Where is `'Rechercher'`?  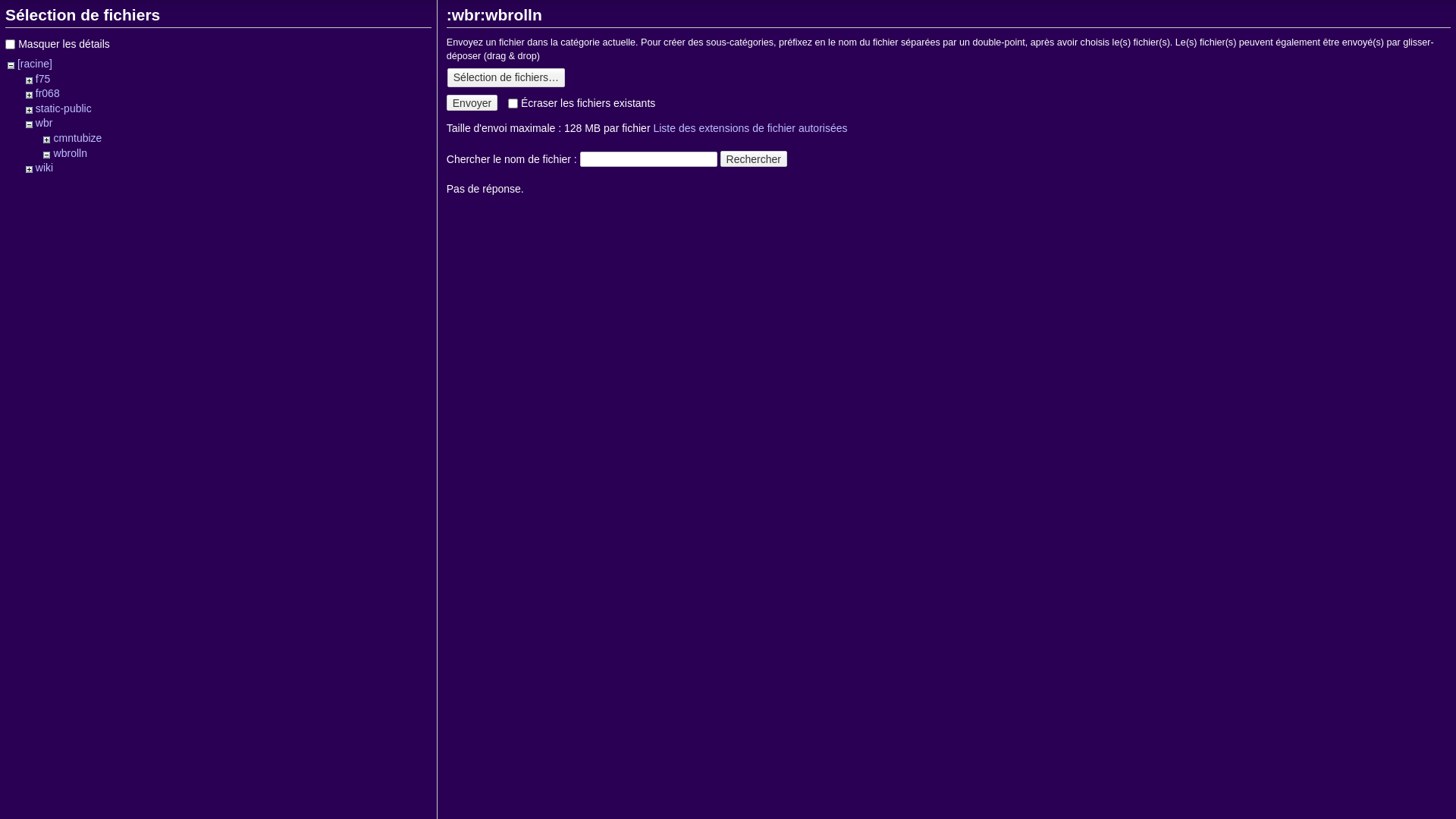 'Rechercher' is located at coordinates (753, 158).